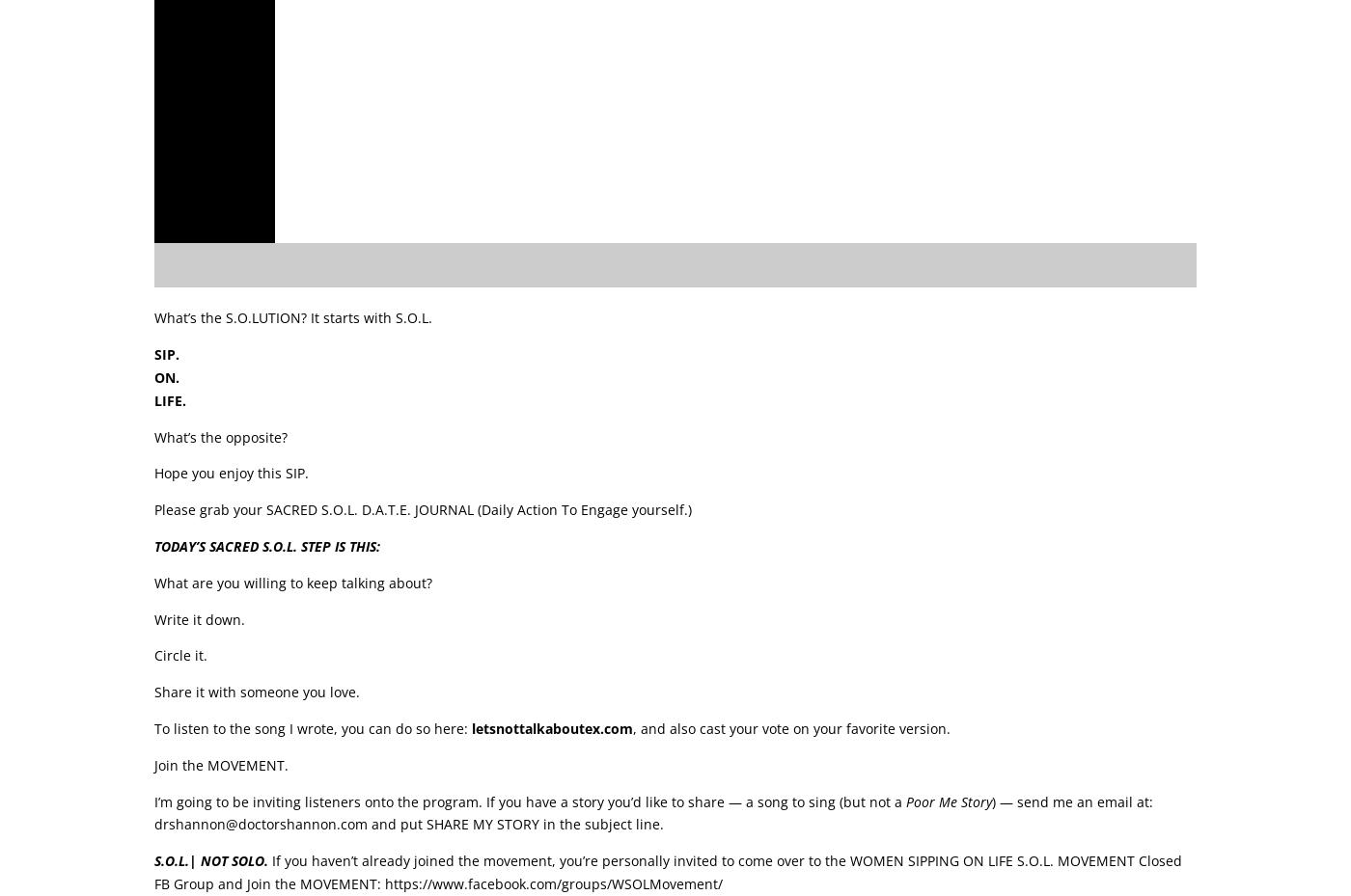 The height and width of the screenshot is (896, 1351). I want to click on 'SIP.', so click(167, 354).